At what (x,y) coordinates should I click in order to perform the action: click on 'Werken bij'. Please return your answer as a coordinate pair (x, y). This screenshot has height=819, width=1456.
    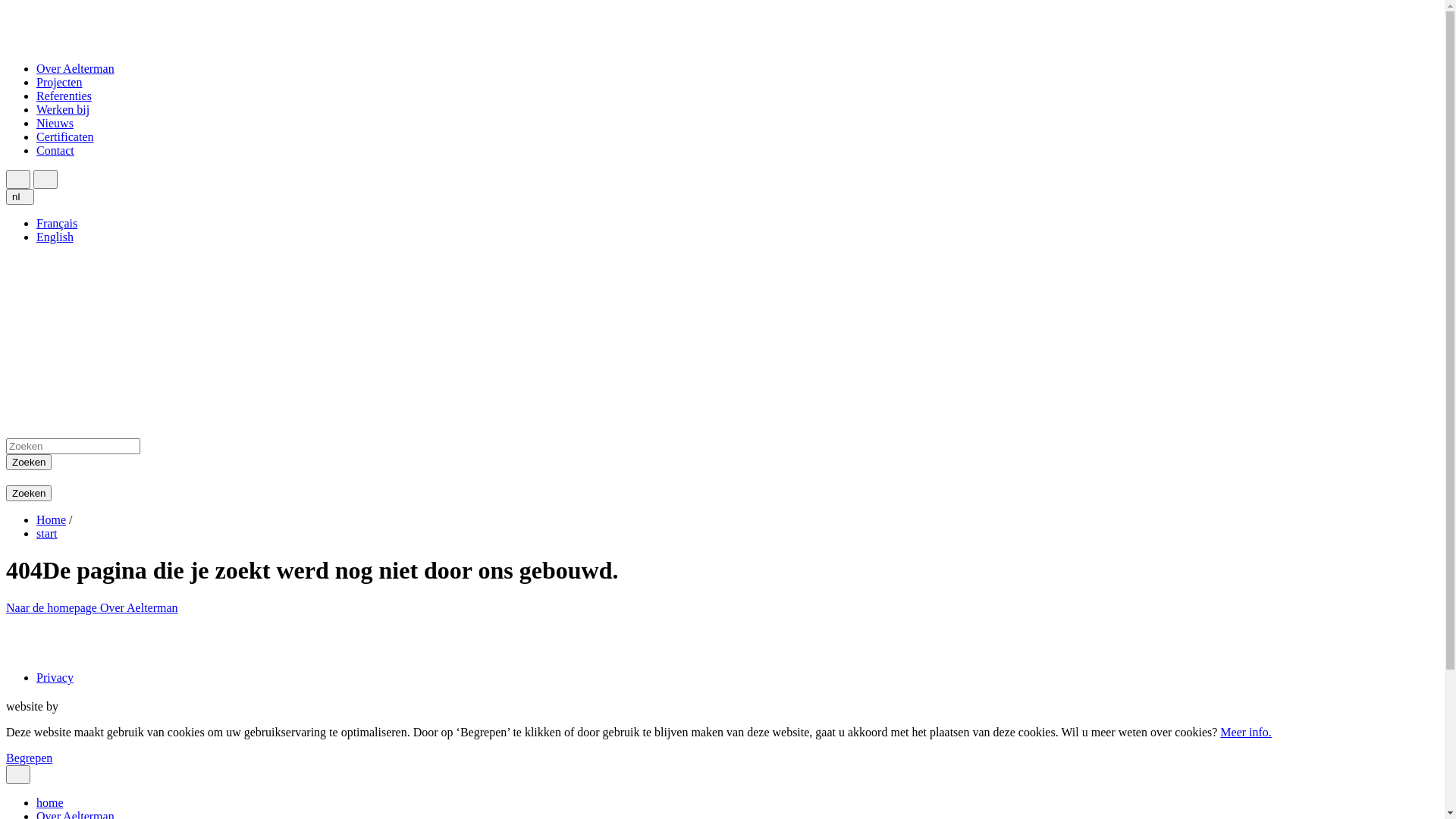
    Looking at the image, I should click on (36, 108).